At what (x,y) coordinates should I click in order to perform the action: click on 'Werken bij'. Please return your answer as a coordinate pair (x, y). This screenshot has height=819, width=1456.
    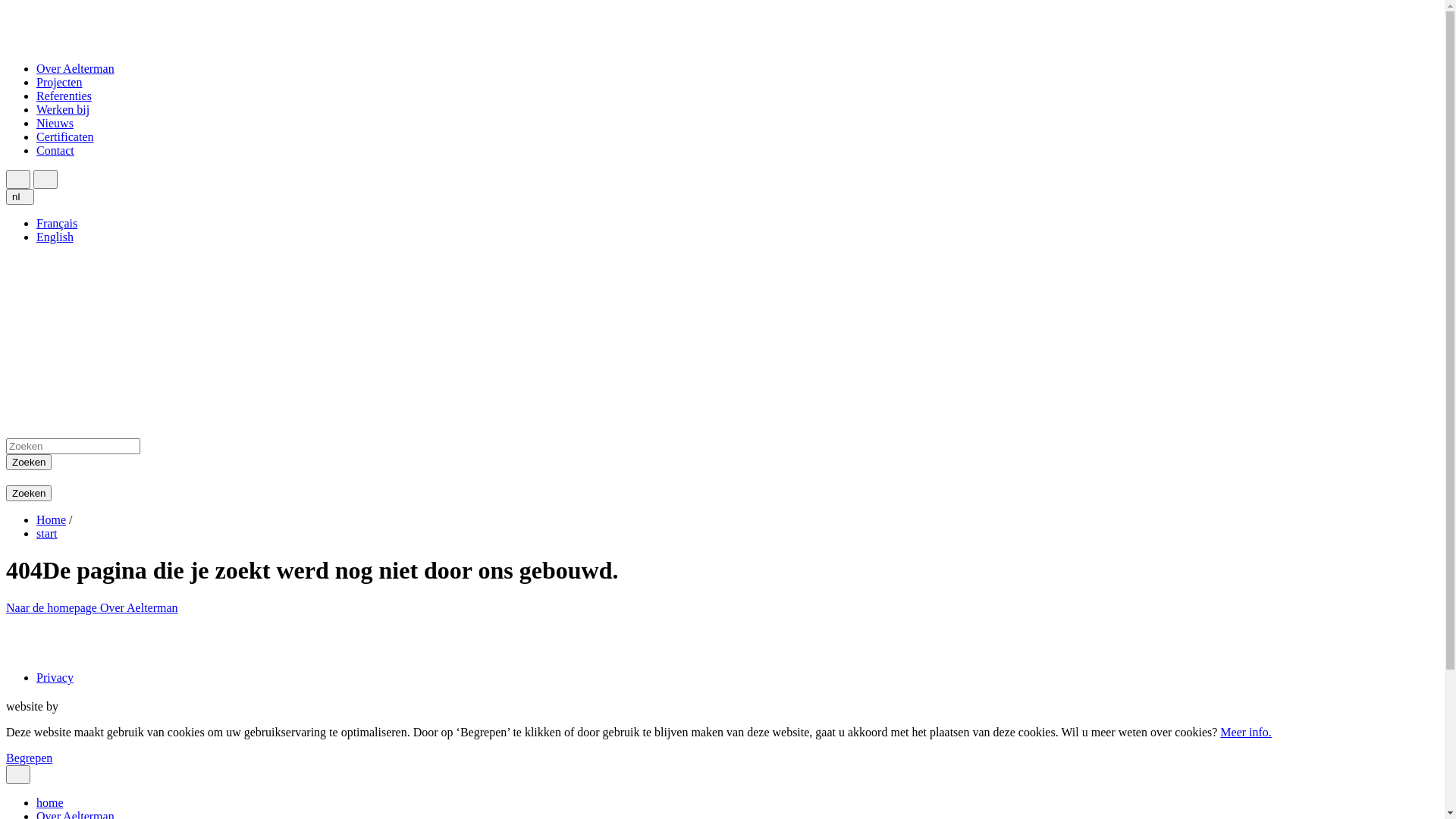
    Looking at the image, I should click on (36, 108).